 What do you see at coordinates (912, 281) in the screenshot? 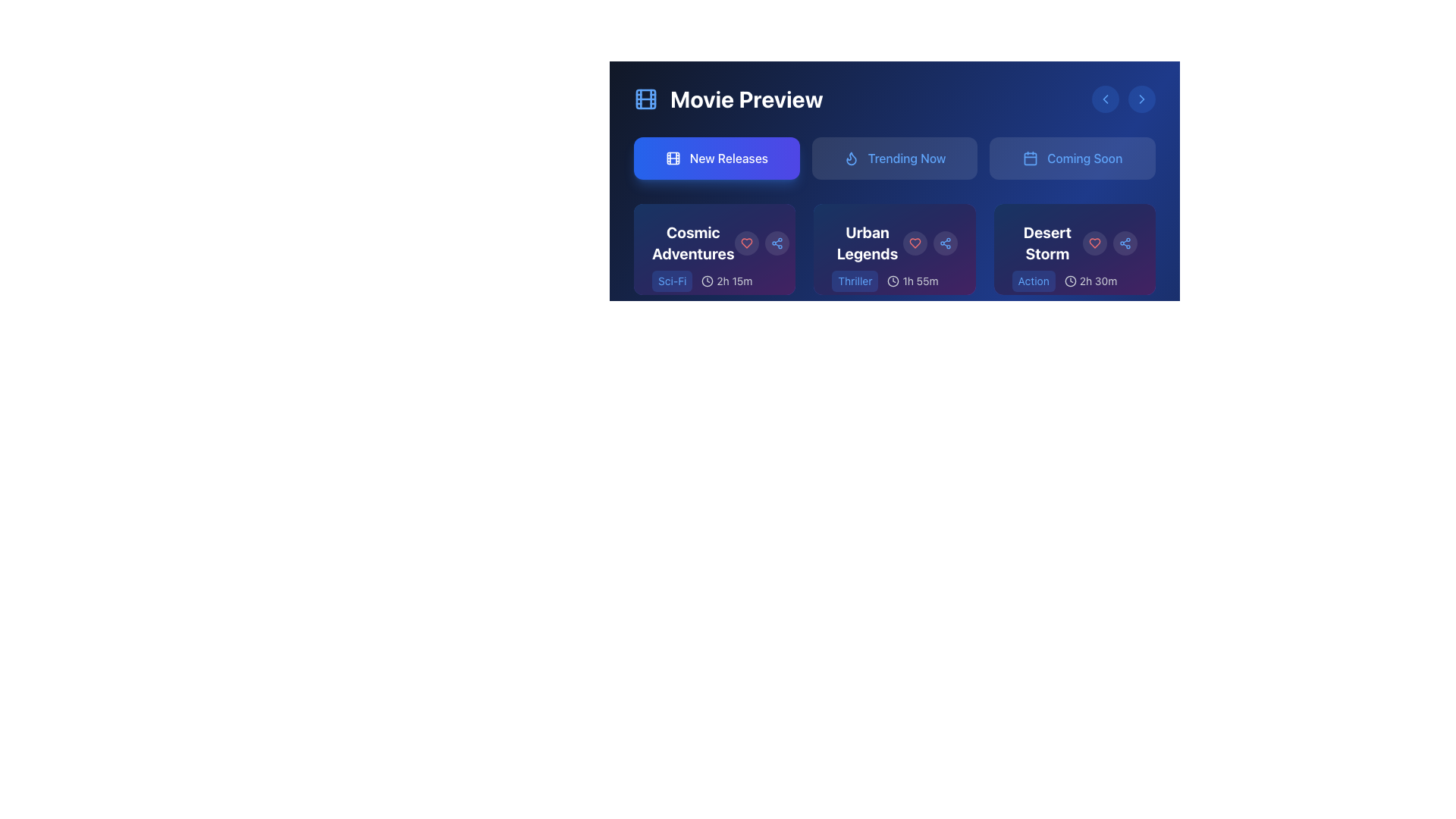
I see `the Text Label displaying '1h 55m' with a clock icon, located within the 'Urban Legends' card, positioned to the right of the 'Thriller' tag` at bounding box center [912, 281].